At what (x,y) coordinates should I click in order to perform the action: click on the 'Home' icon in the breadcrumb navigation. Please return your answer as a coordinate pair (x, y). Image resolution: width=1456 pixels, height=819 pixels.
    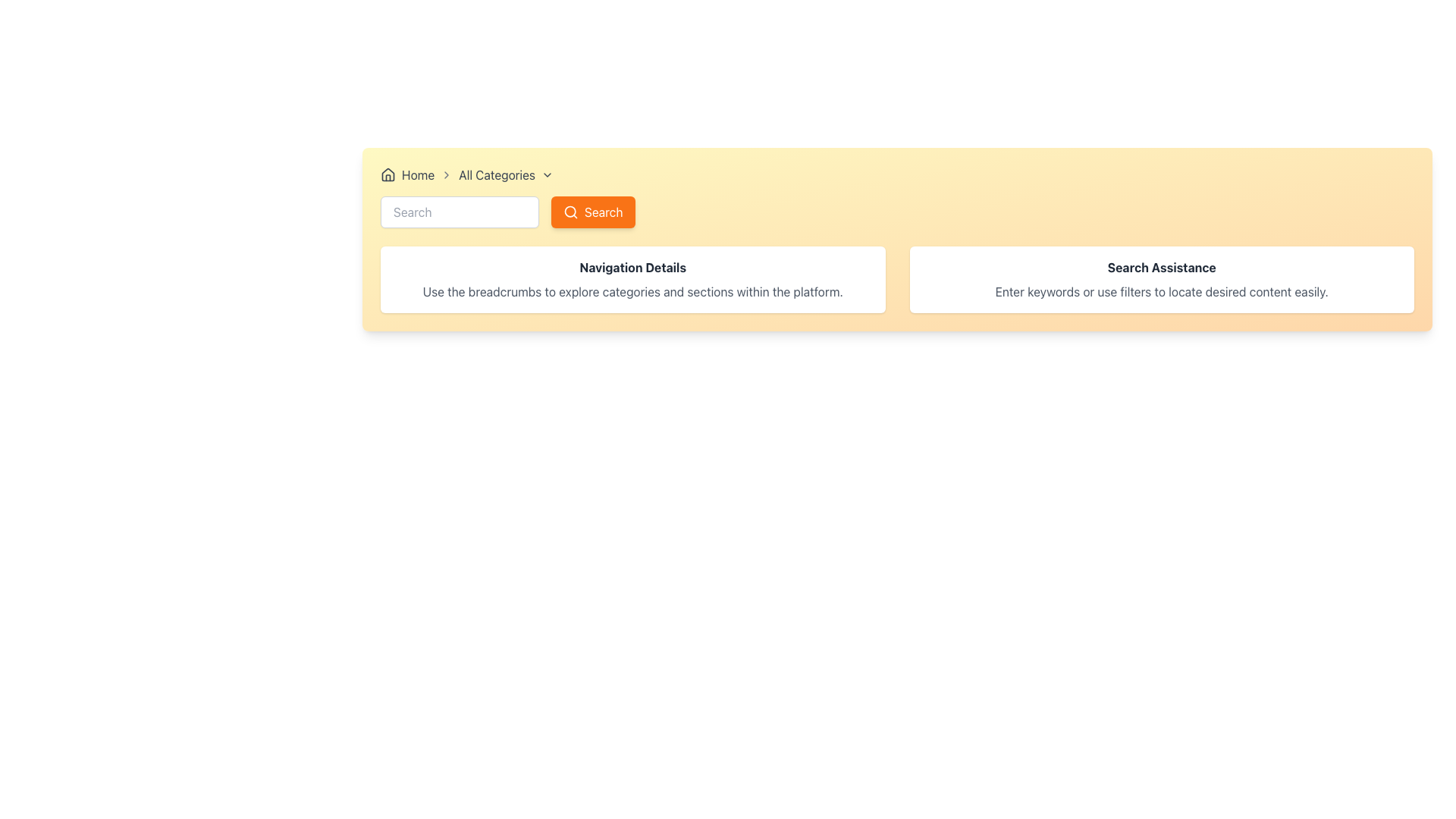
    Looking at the image, I should click on (388, 174).